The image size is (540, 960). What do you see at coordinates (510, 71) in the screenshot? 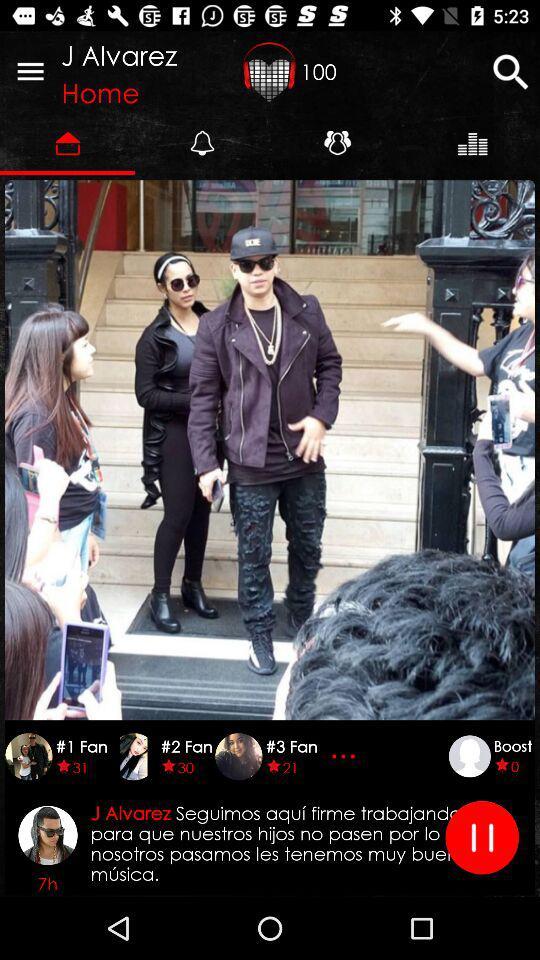
I see `search button` at bounding box center [510, 71].